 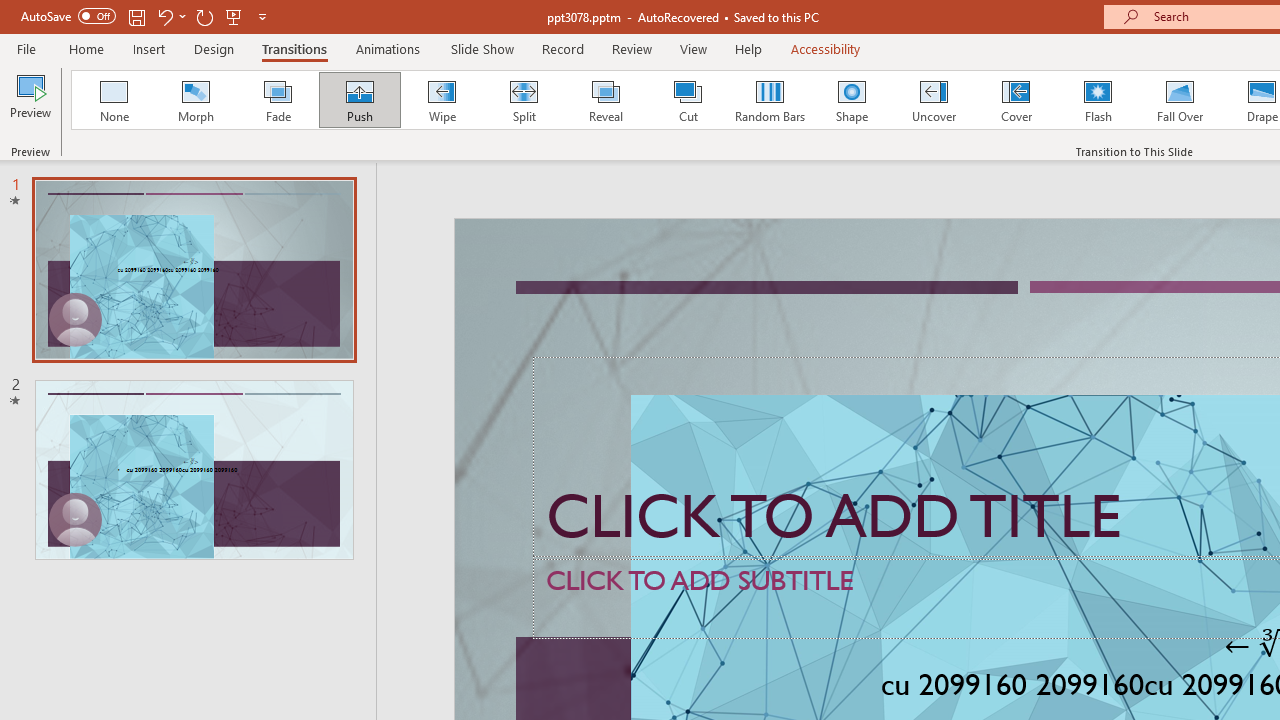 What do you see at coordinates (604, 100) in the screenshot?
I see `'Reveal'` at bounding box center [604, 100].